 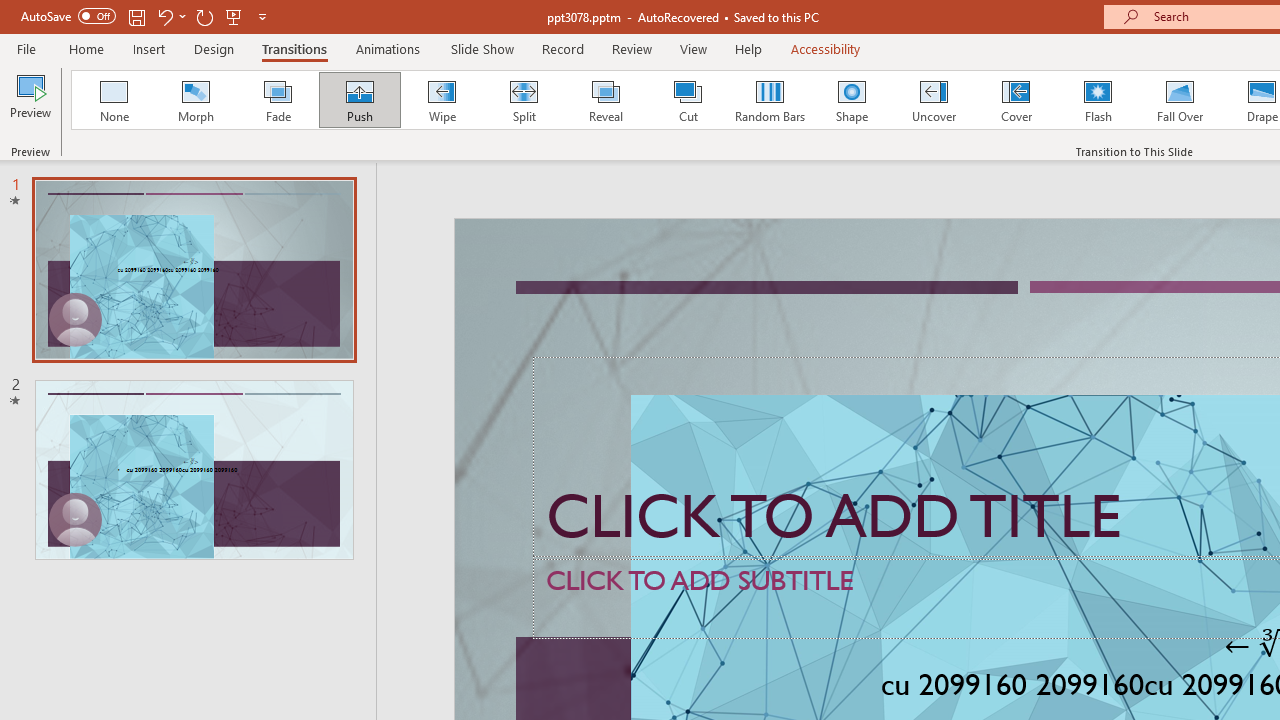 What do you see at coordinates (604, 100) in the screenshot?
I see `'Reveal'` at bounding box center [604, 100].